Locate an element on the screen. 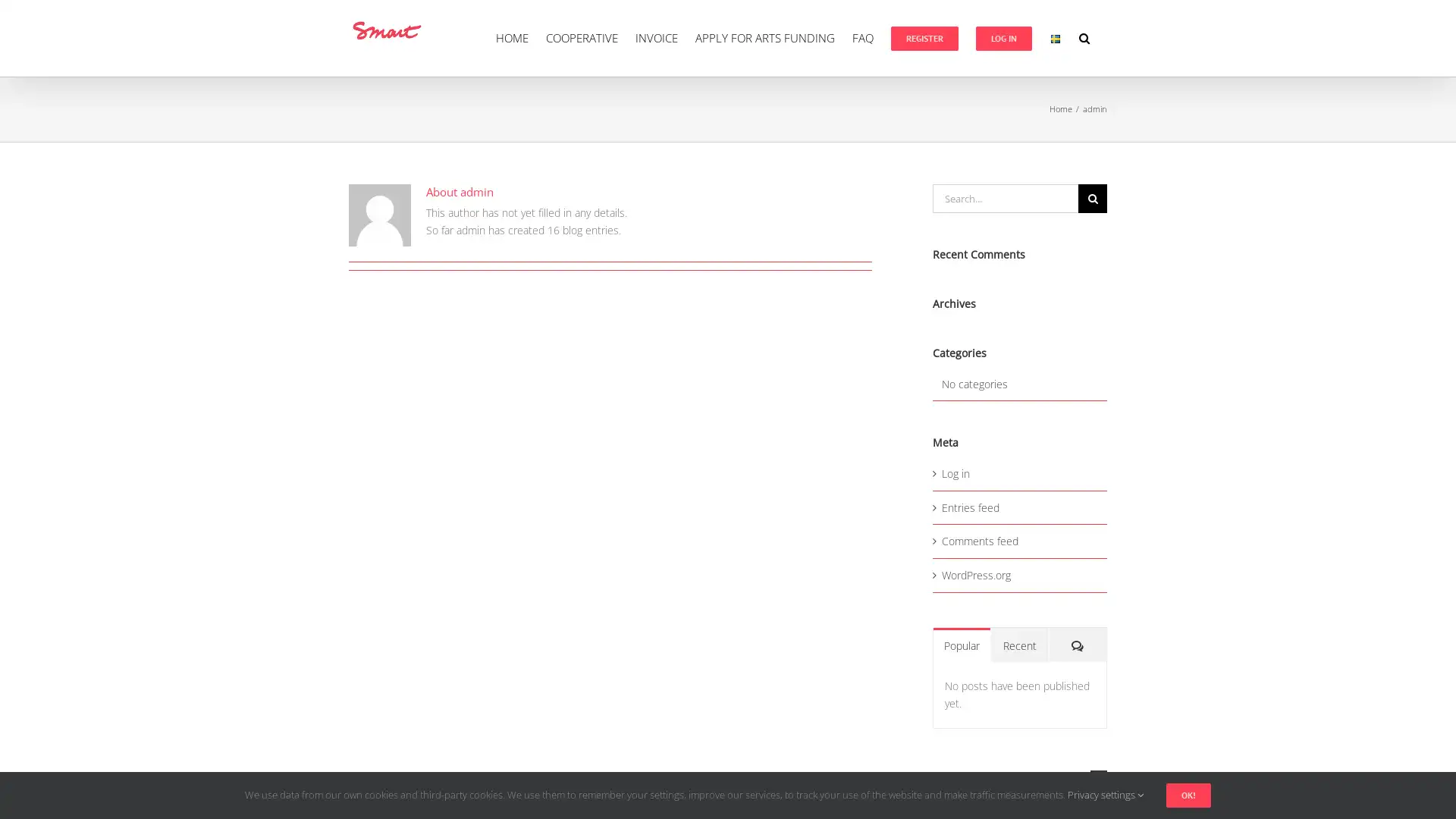 The image size is (1456, 819). Search is located at coordinates (1092, 198).